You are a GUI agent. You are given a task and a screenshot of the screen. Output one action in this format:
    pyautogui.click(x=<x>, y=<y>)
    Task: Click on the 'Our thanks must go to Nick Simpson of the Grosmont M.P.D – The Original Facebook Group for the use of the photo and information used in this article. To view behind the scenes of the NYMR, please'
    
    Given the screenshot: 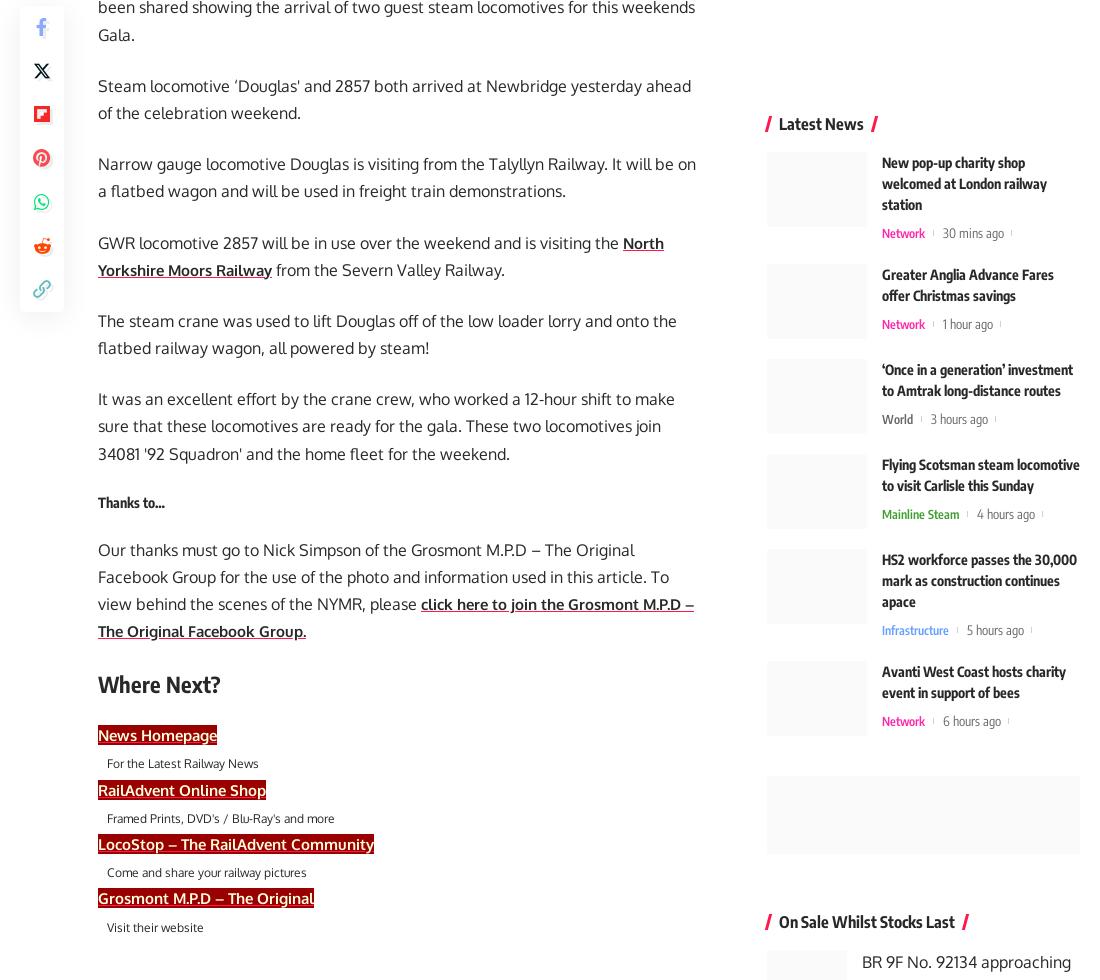 What is the action you would take?
    pyautogui.click(x=383, y=582)
    